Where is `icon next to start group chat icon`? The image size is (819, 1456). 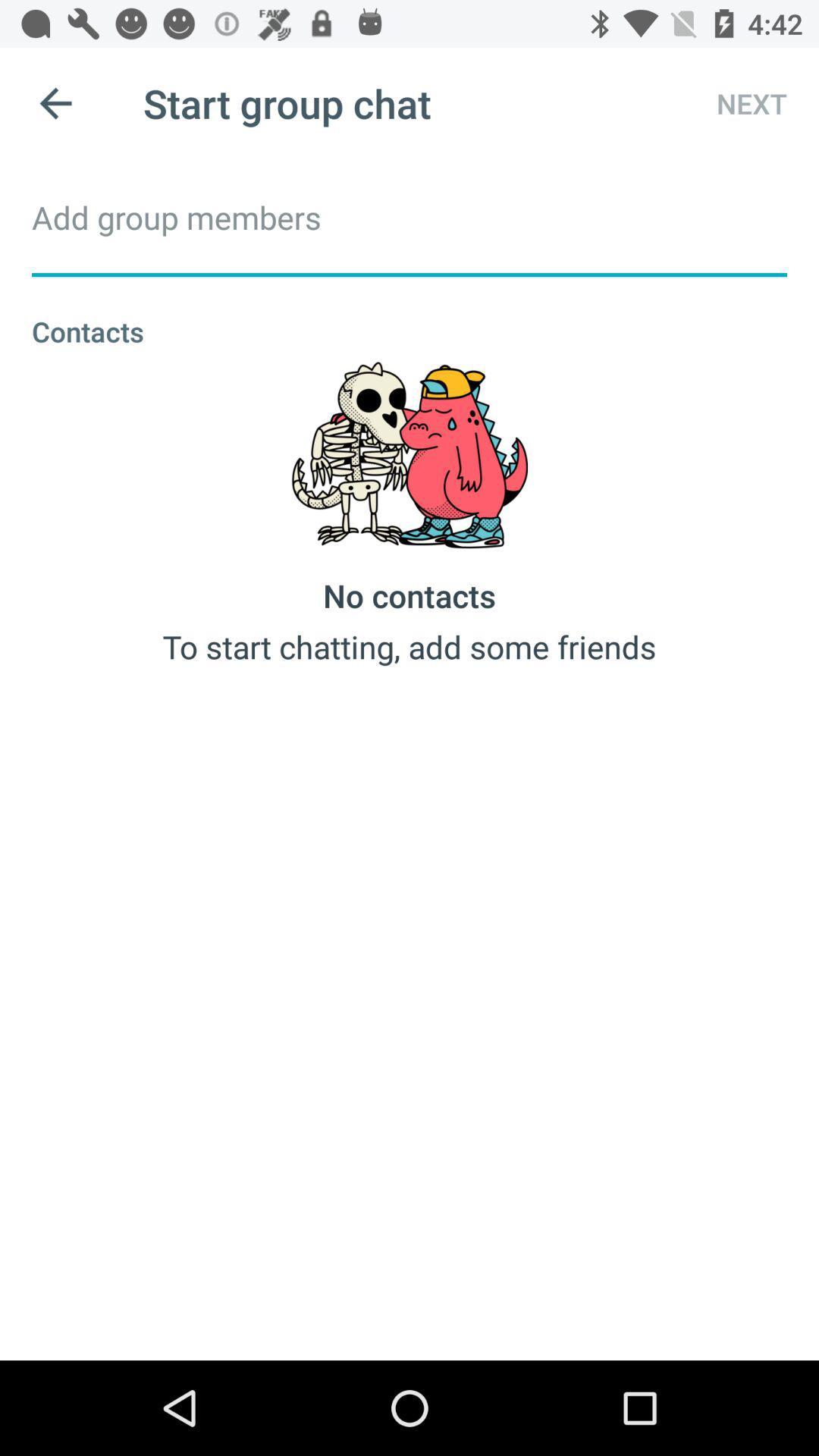 icon next to start group chat icon is located at coordinates (55, 102).